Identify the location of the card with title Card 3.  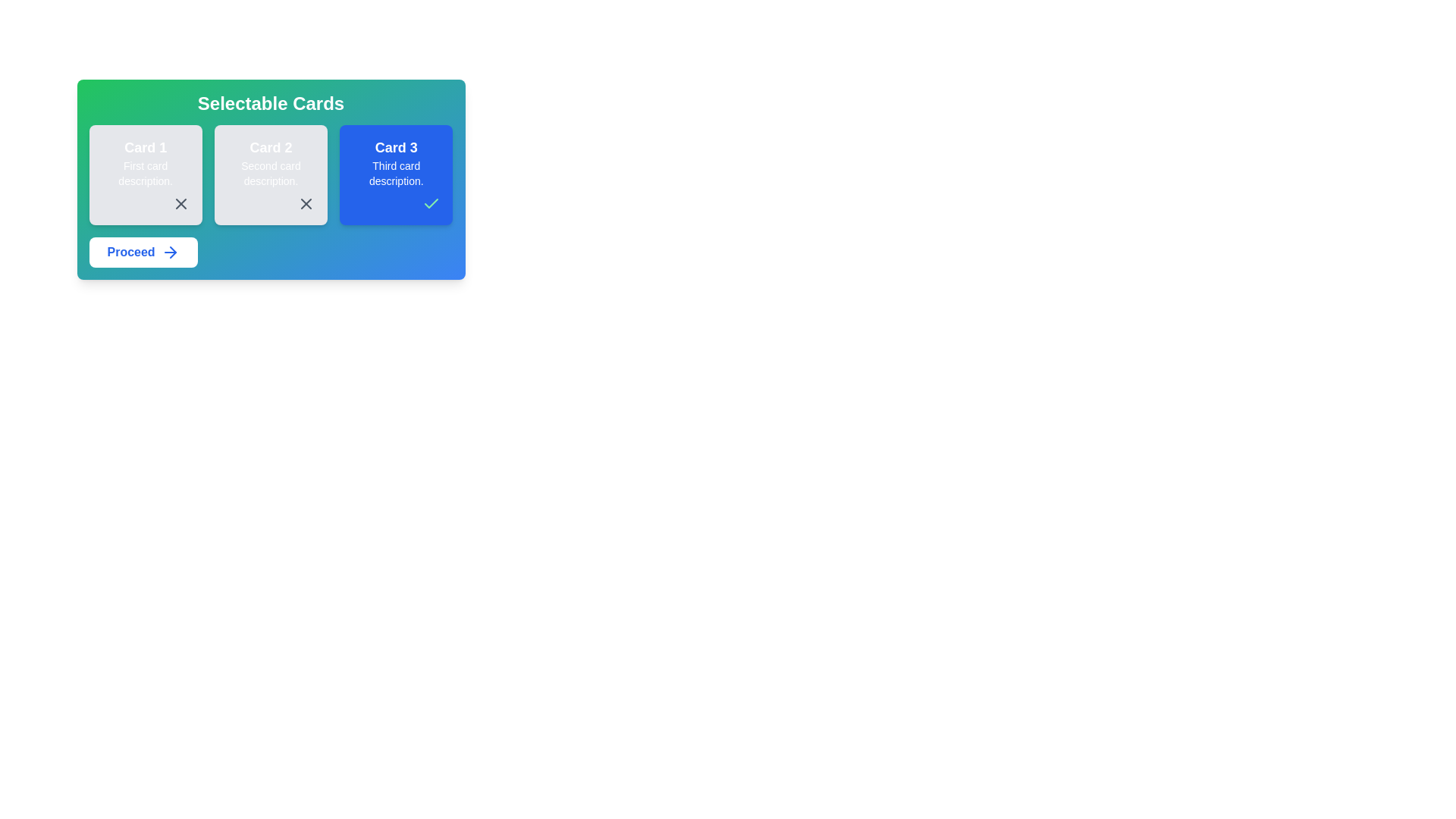
(396, 174).